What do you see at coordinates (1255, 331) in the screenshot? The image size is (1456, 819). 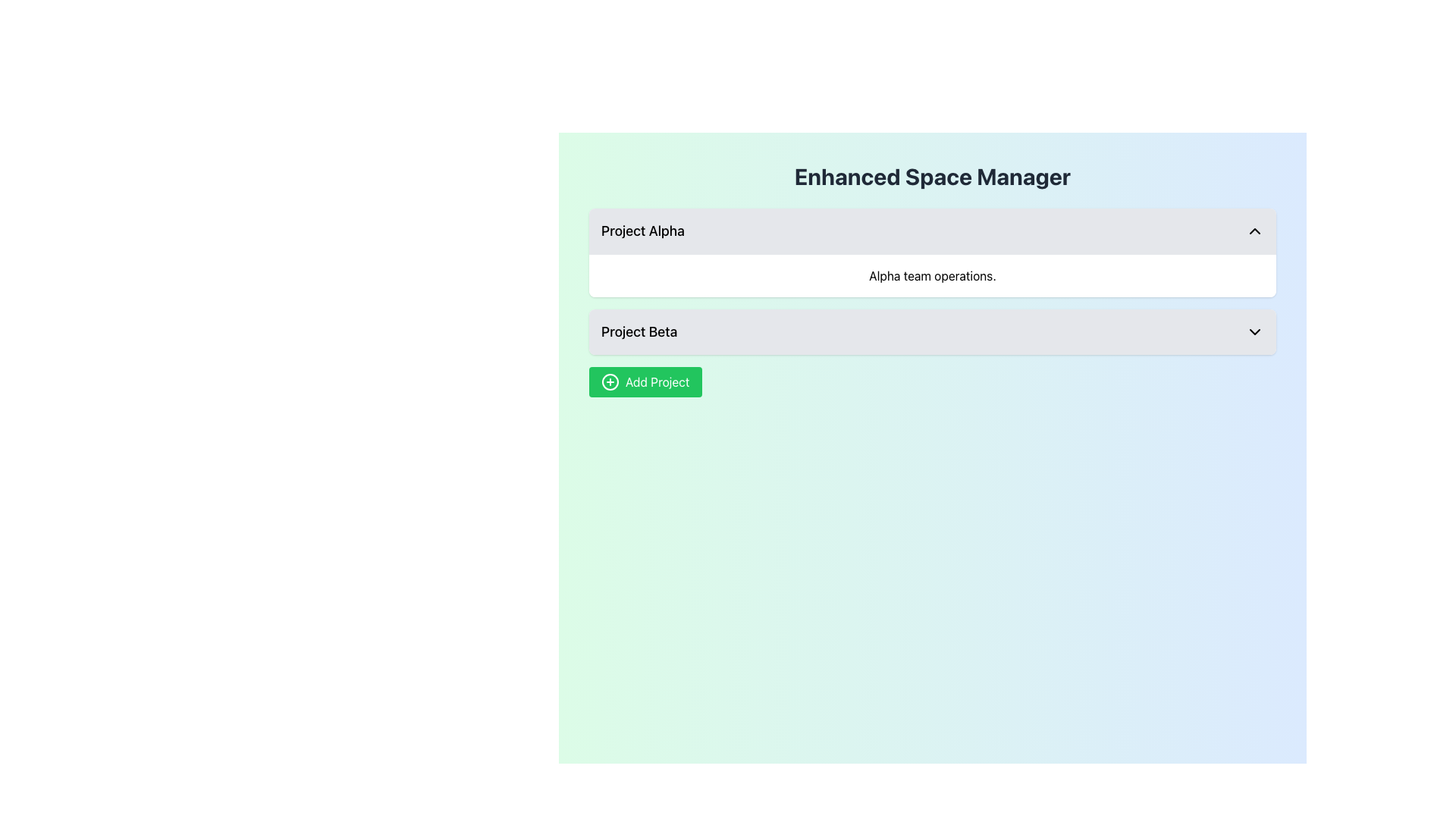 I see `the Dropdown Indicator located in the lower right corner of the 'Project Beta' section` at bounding box center [1255, 331].